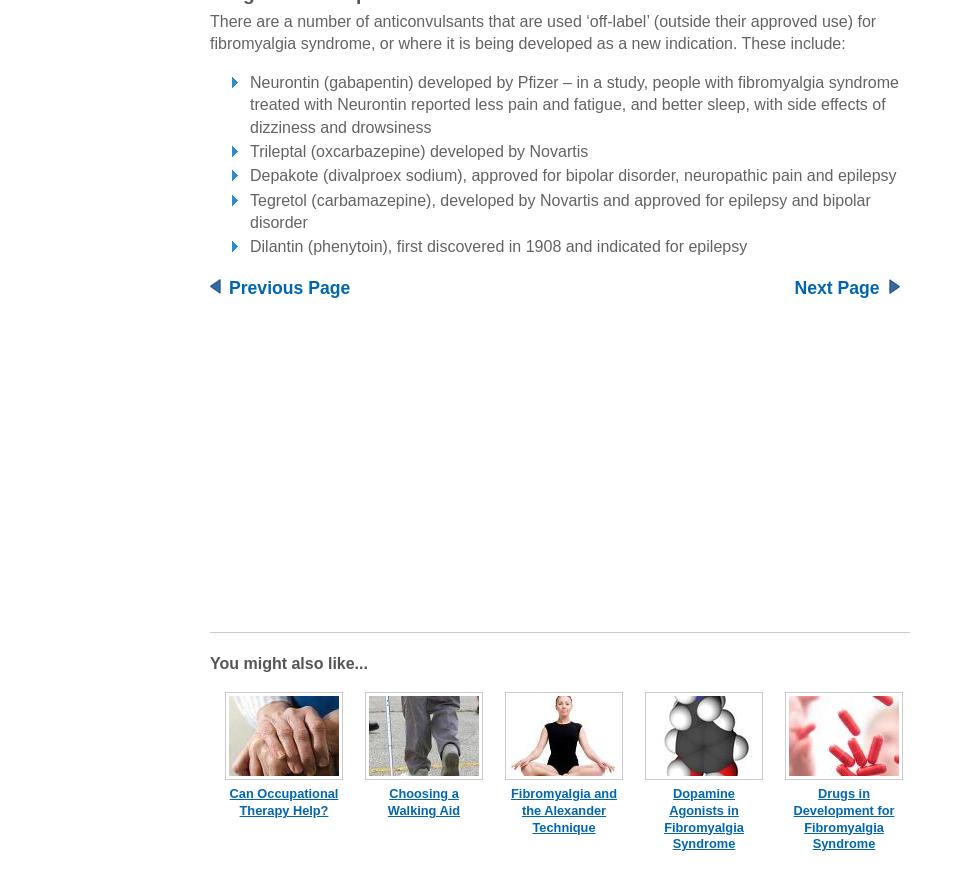 This screenshot has height=879, width=960. What do you see at coordinates (210, 30) in the screenshot?
I see `'There are a number of anticonvulsants that are used ‘off-label’ (outside their approved use) for fibromyalgia syndrome, or where it is being developed as a new indication. These include:'` at bounding box center [210, 30].